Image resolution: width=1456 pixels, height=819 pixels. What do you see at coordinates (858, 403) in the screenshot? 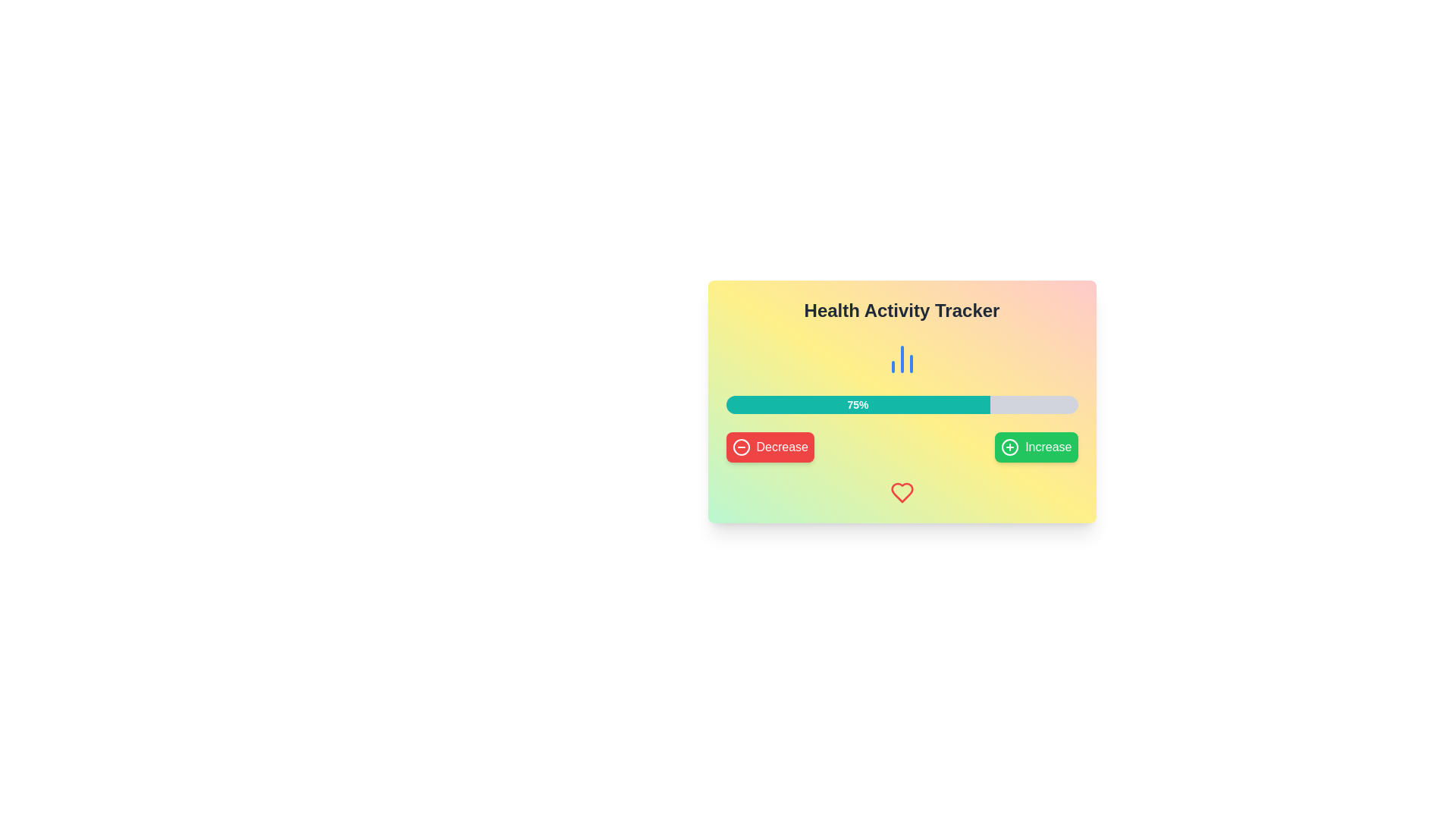
I see `the teal-colored rectangular progress bar segment displaying '75%' in white bold font, which indicates current progress in the health activity tracker interface` at bounding box center [858, 403].